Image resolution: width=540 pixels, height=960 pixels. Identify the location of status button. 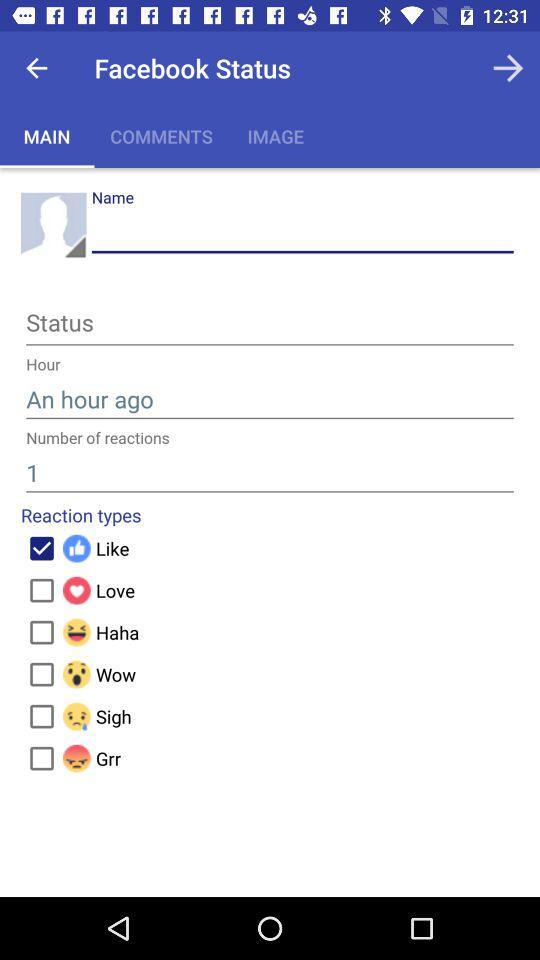
(270, 326).